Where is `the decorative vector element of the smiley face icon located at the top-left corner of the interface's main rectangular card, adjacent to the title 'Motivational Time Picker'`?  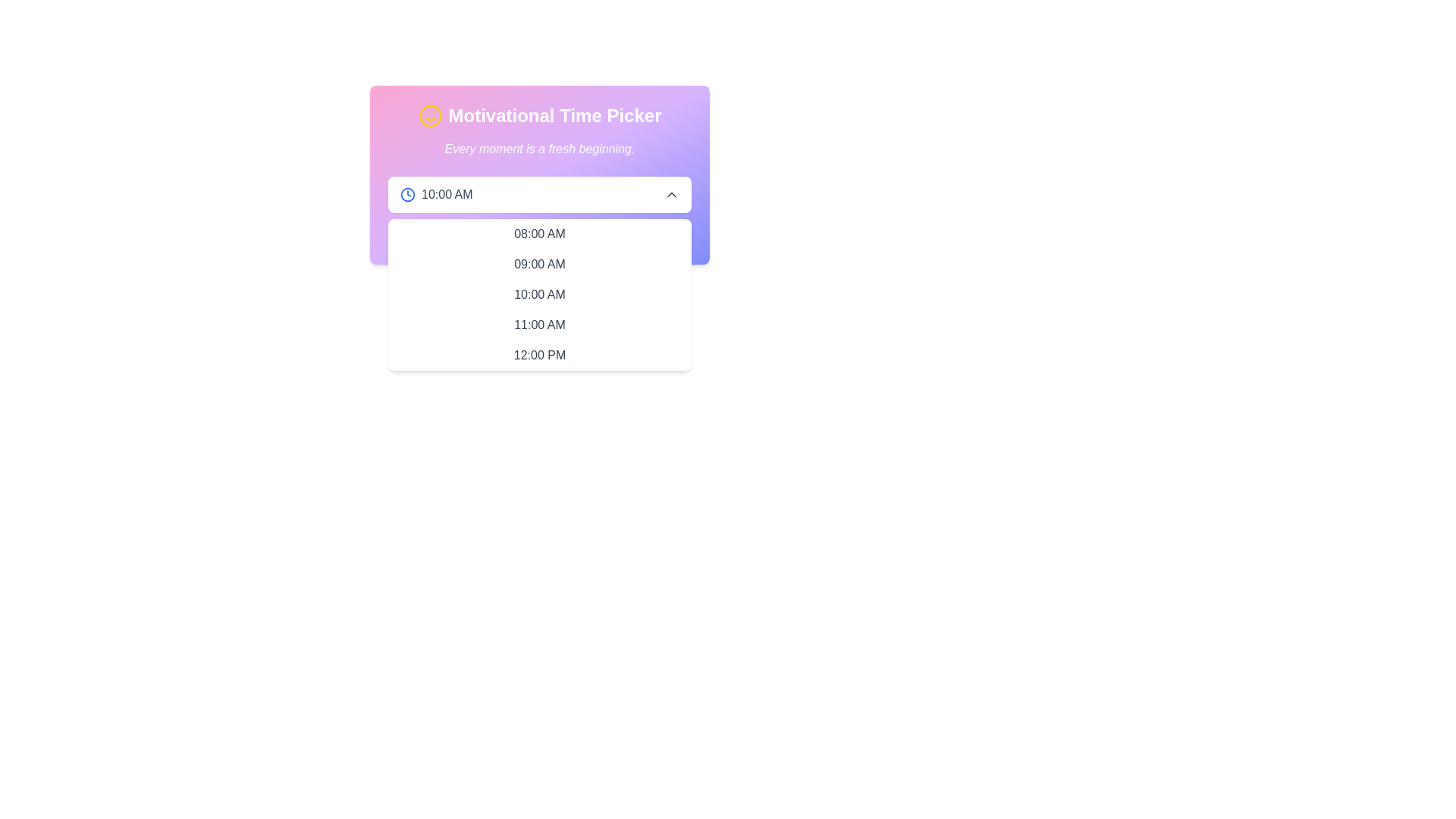 the decorative vector element of the smiley face icon located at the top-left corner of the interface's main rectangular card, adjacent to the title 'Motivational Time Picker' is located at coordinates (429, 115).